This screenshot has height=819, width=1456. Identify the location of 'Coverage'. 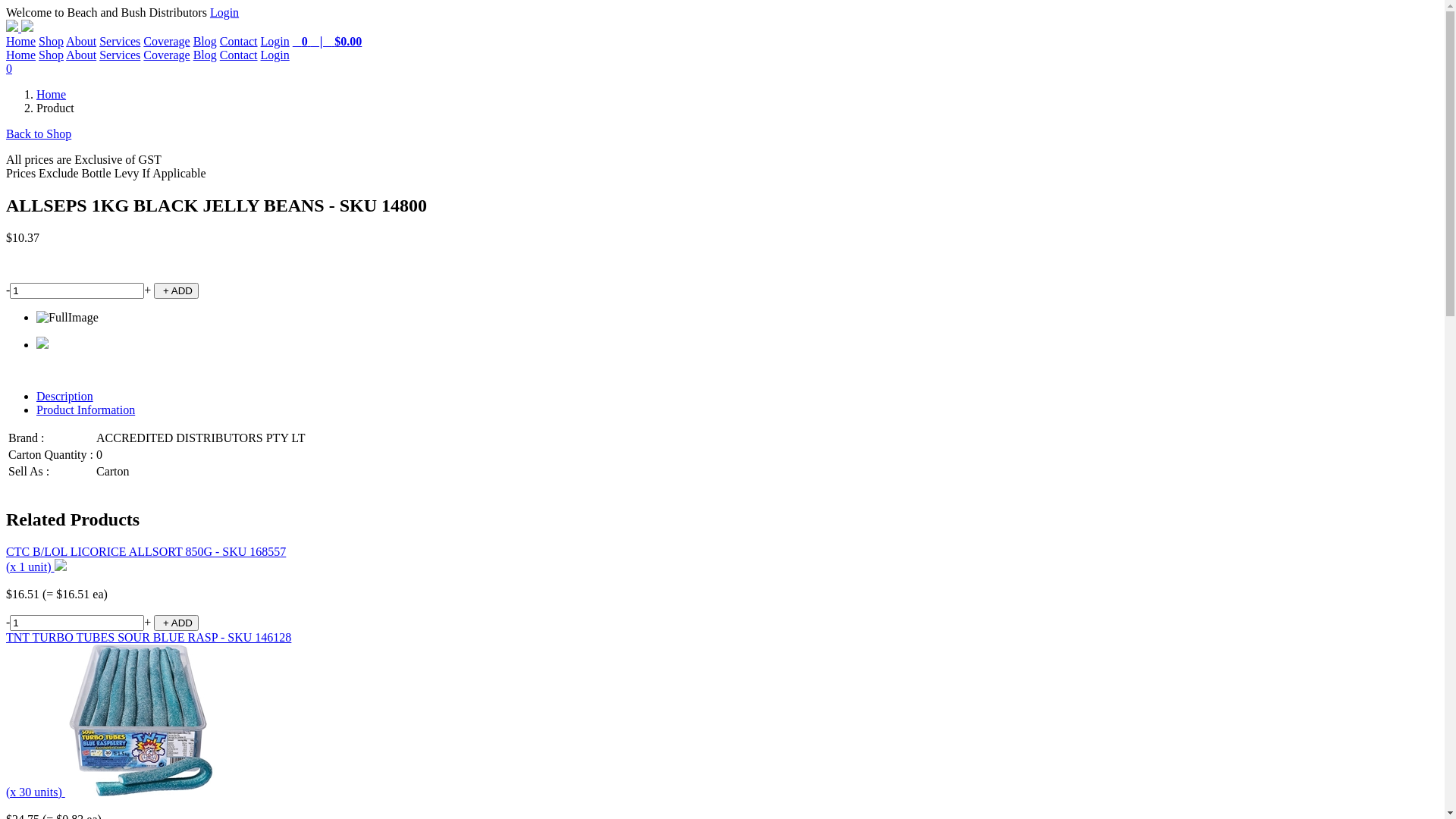
(143, 54).